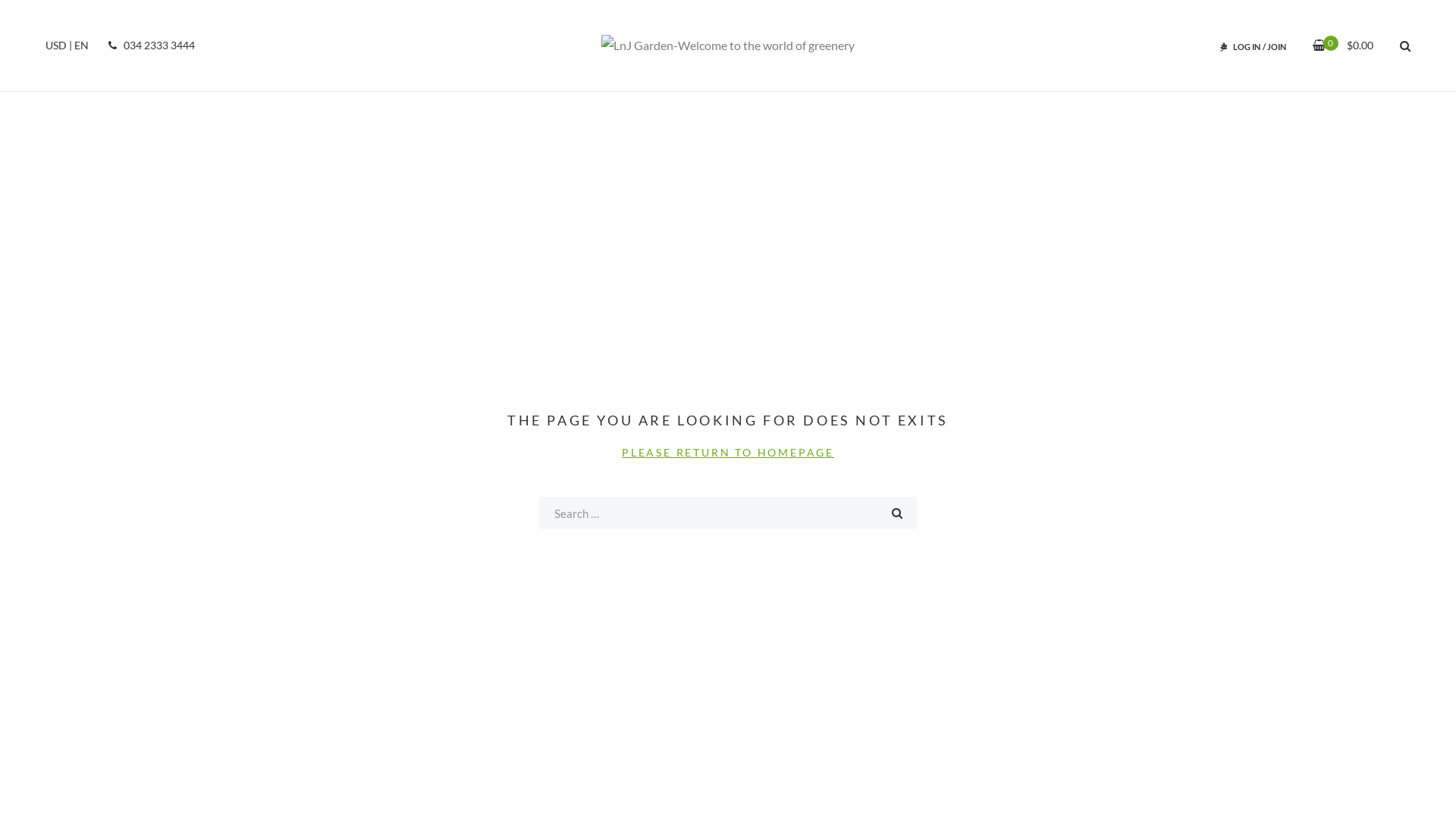 The height and width of the screenshot is (819, 1456). Describe the element at coordinates (896, 512) in the screenshot. I see `'Search'` at that location.